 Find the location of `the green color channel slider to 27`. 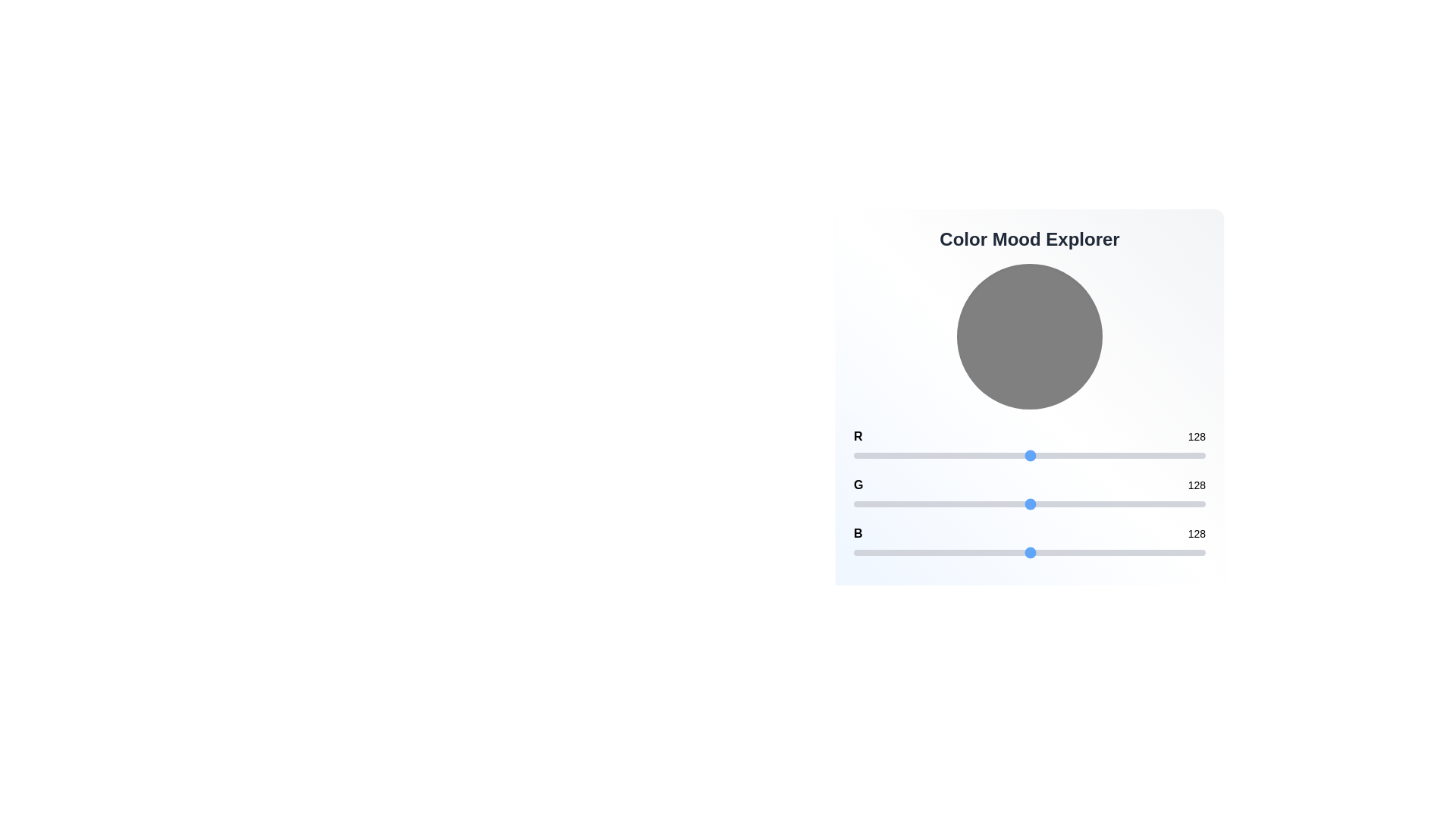

the green color channel slider to 27 is located at coordinates (891, 504).